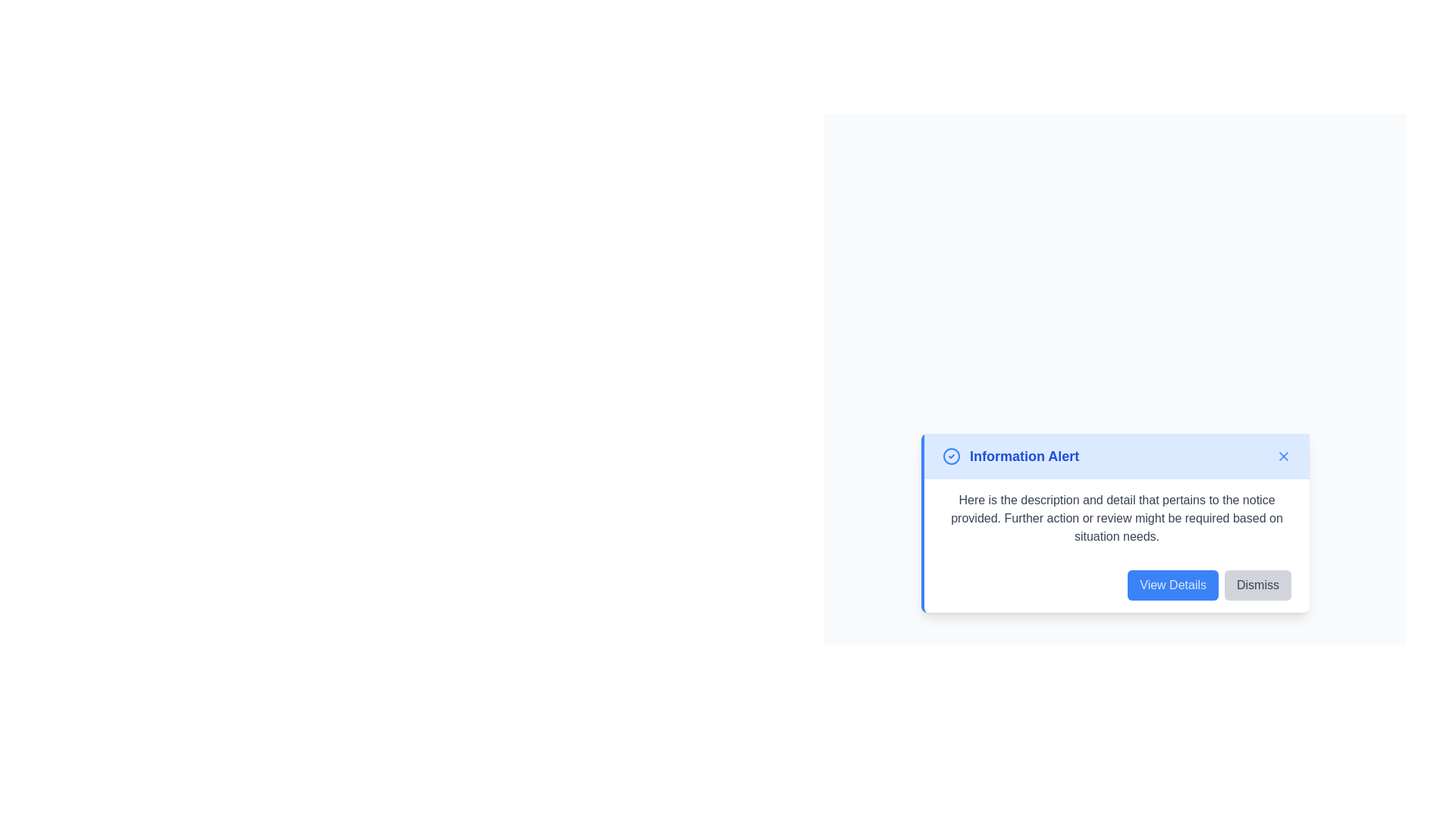 The width and height of the screenshot is (1456, 819). Describe the element at coordinates (950, 455) in the screenshot. I see `the confirmation alert icon located to the left of the 'Information Alert' text in the alert box` at that location.